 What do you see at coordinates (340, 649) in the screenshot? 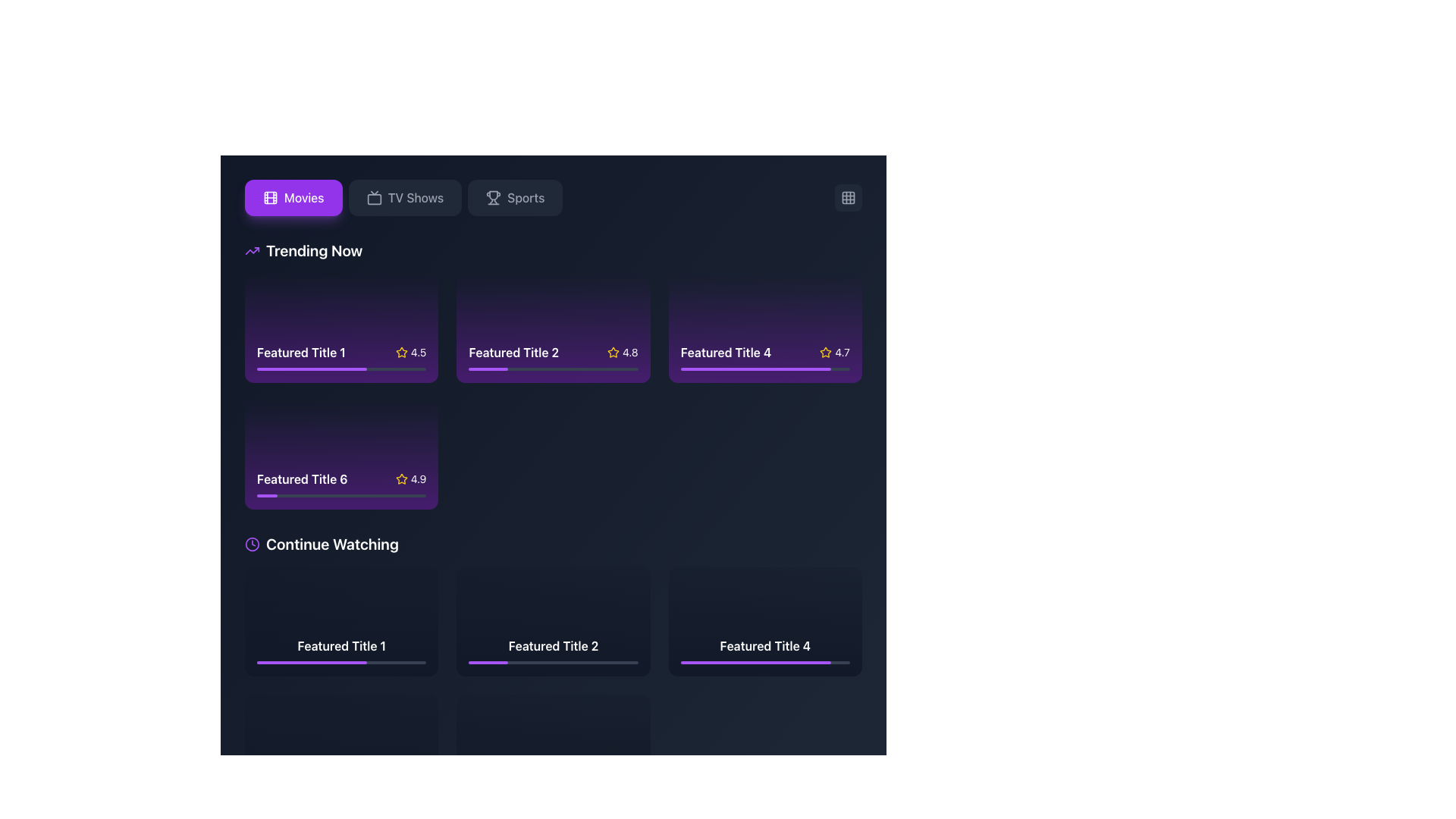
I see `the progress bar of the first media card in the 'Continue Watching' section to understand the completion level` at bounding box center [340, 649].